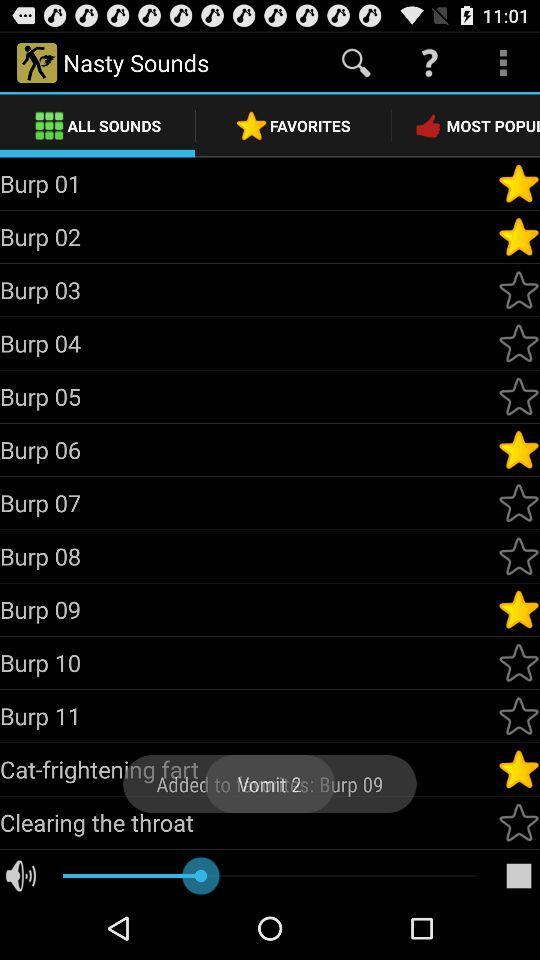 This screenshot has height=960, width=540. I want to click on the volume icon, so click(20, 937).